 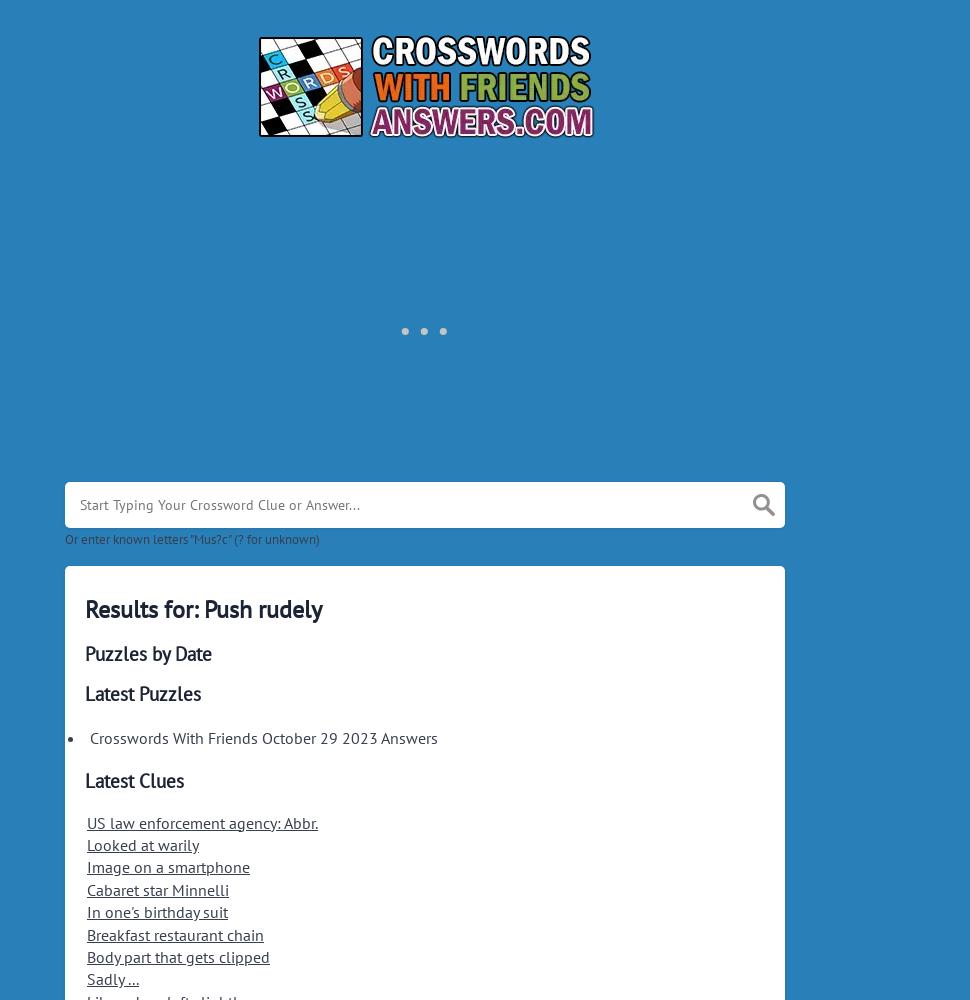 I want to click on 'In one's birthday suit', so click(x=86, y=912).